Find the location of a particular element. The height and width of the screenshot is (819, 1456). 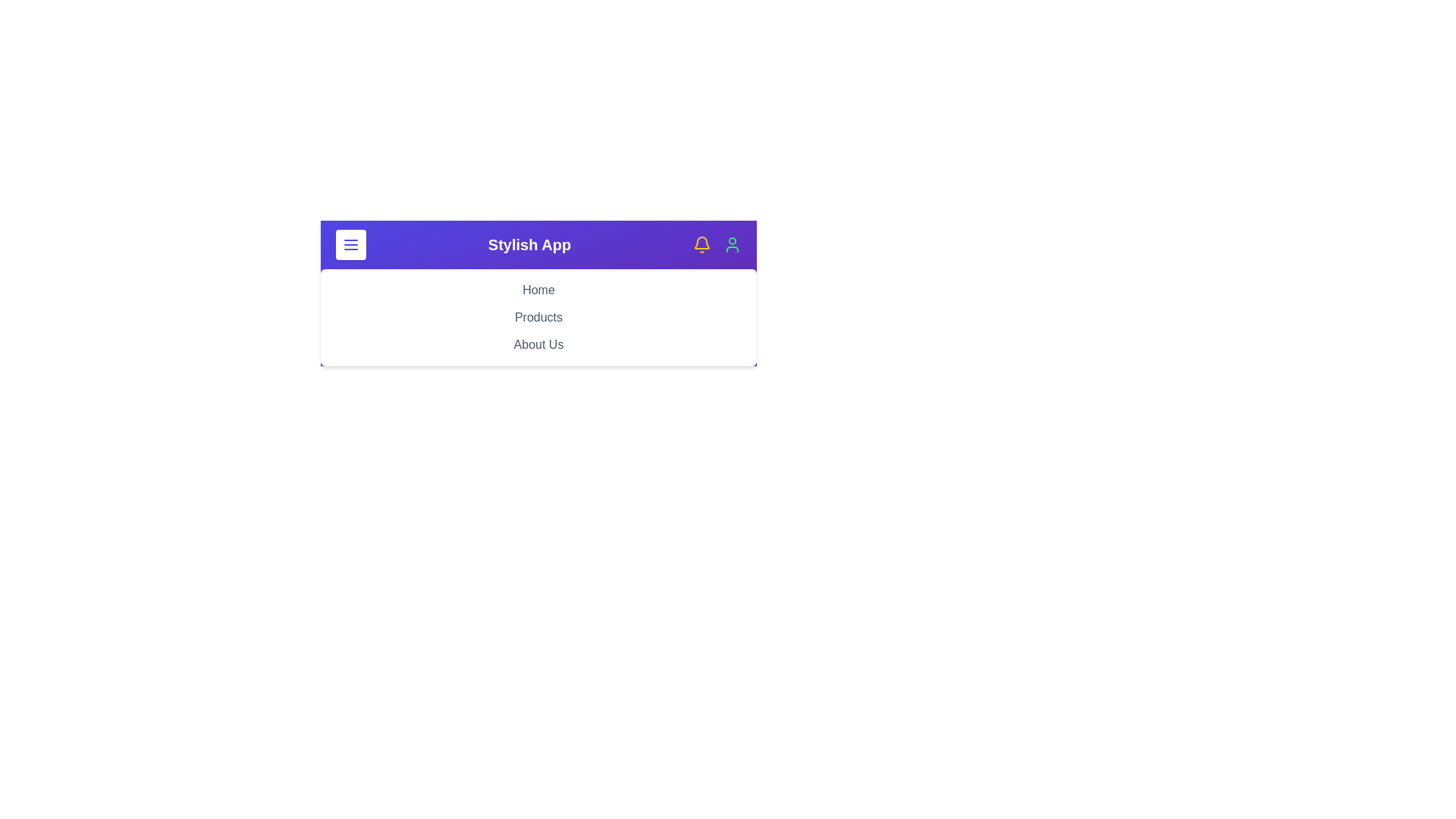

the menu item labeled 'Products' to navigate to the corresponding section is located at coordinates (538, 317).